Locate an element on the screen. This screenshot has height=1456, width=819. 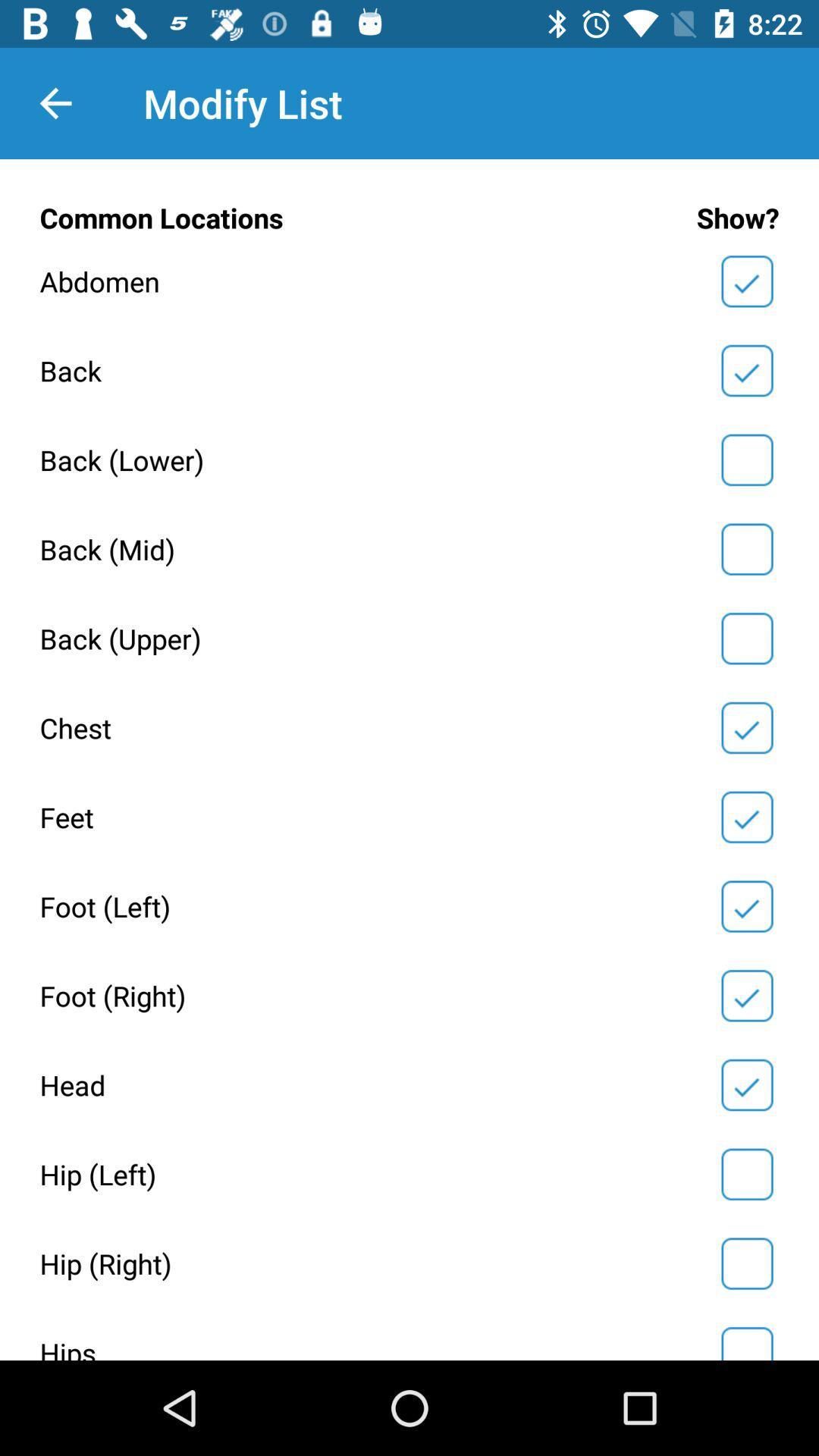
click head is located at coordinates (746, 1084).